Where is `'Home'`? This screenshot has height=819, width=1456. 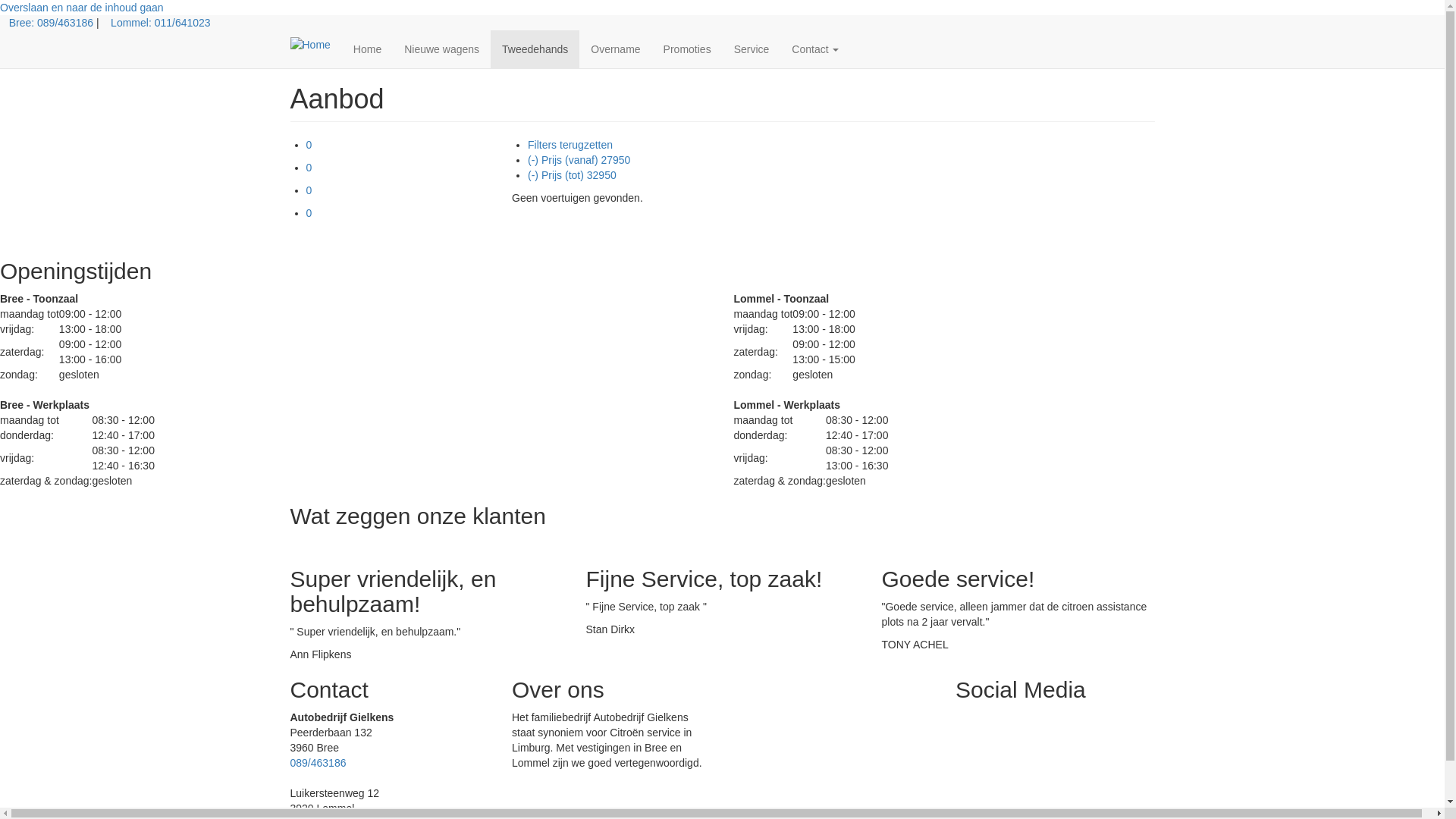
'Home' is located at coordinates (367, 49).